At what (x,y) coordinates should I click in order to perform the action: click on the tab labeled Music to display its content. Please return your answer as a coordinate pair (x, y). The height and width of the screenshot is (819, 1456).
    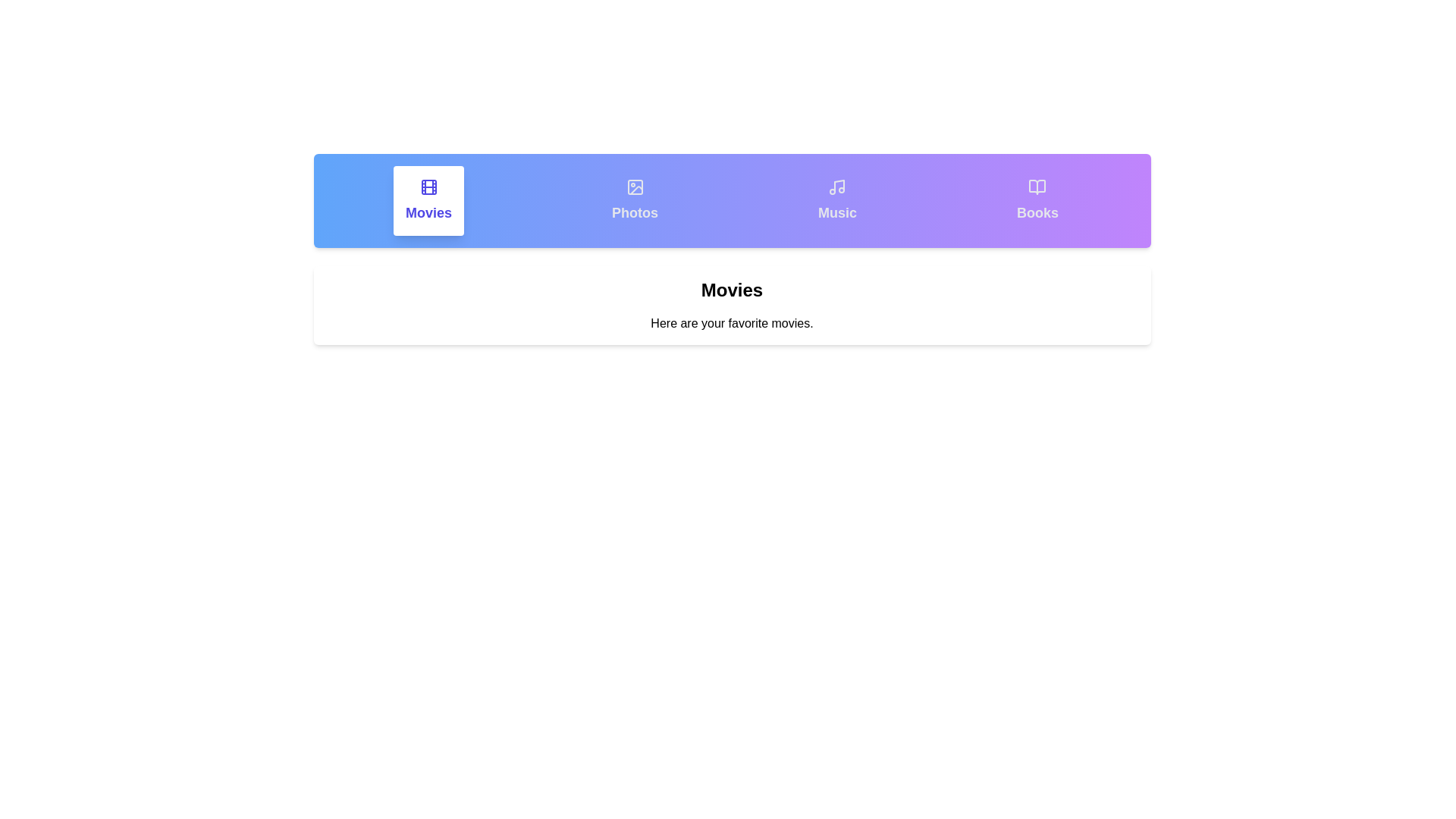
    Looking at the image, I should click on (836, 200).